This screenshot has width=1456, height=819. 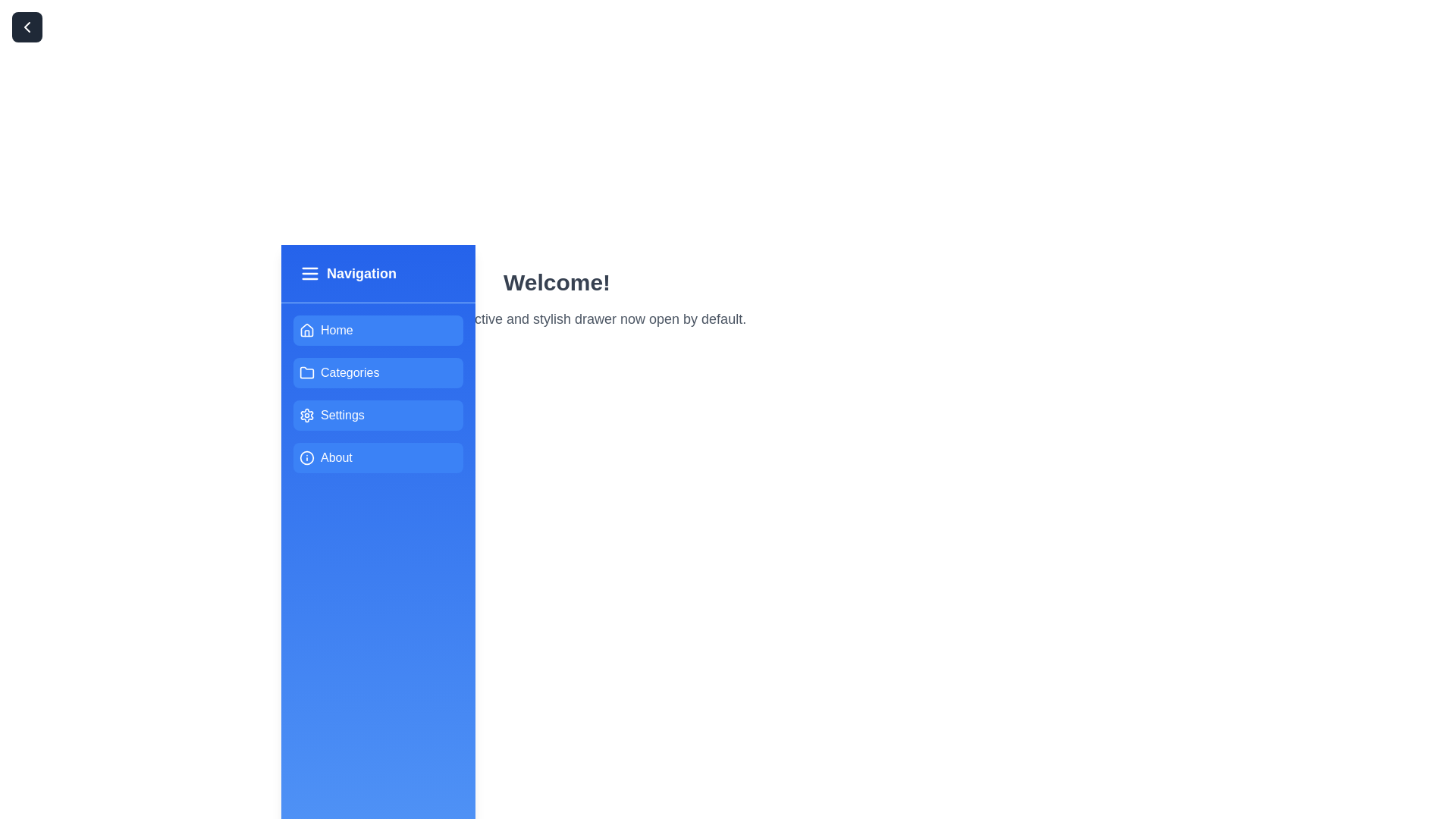 I want to click on the hamburger menu icon located to the left of the 'Navigation' text in the left-side vertical navigation bar, so click(x=309, y=274).